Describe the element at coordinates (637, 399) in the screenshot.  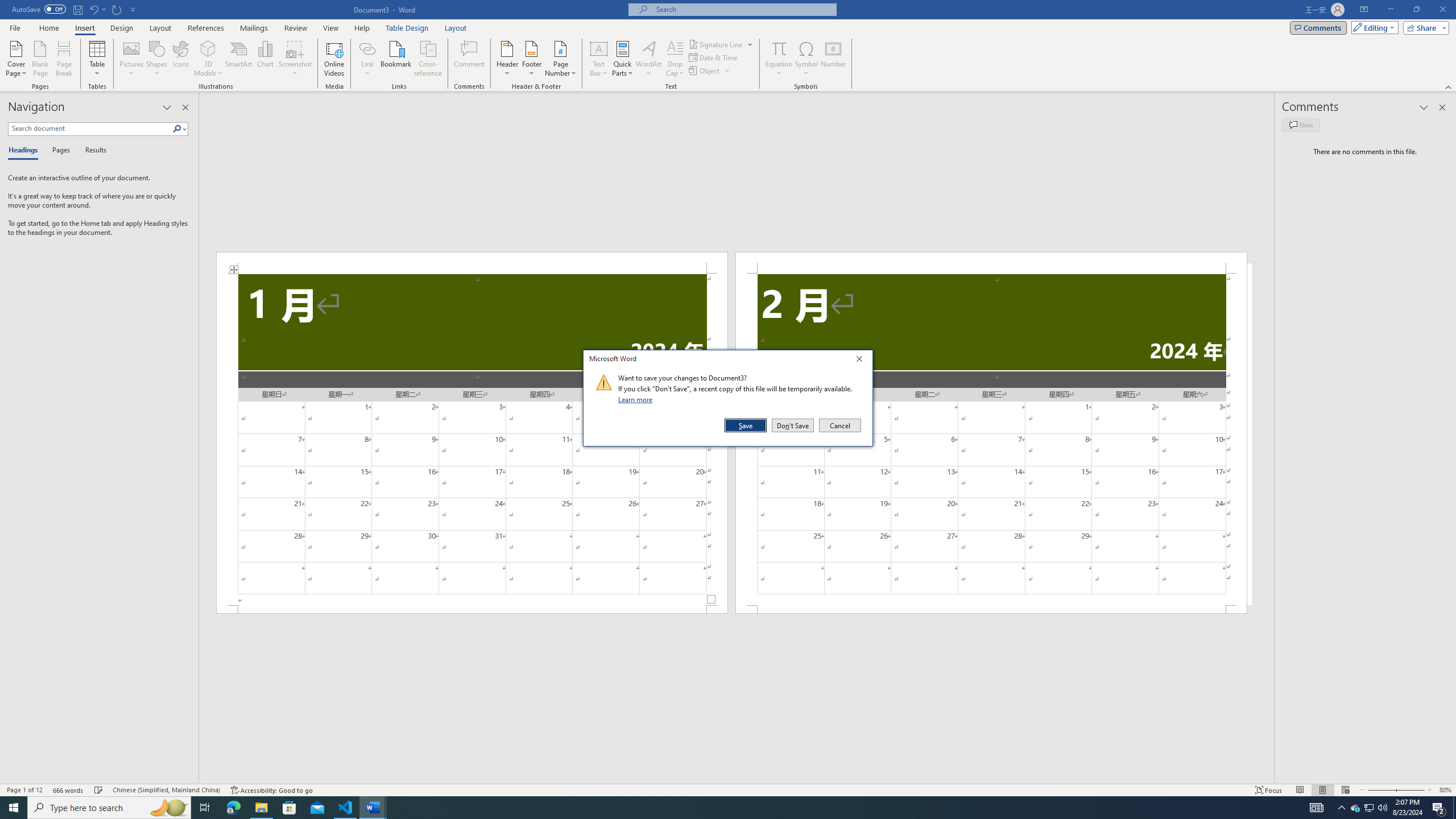
I see `'Learn more'` at that location.